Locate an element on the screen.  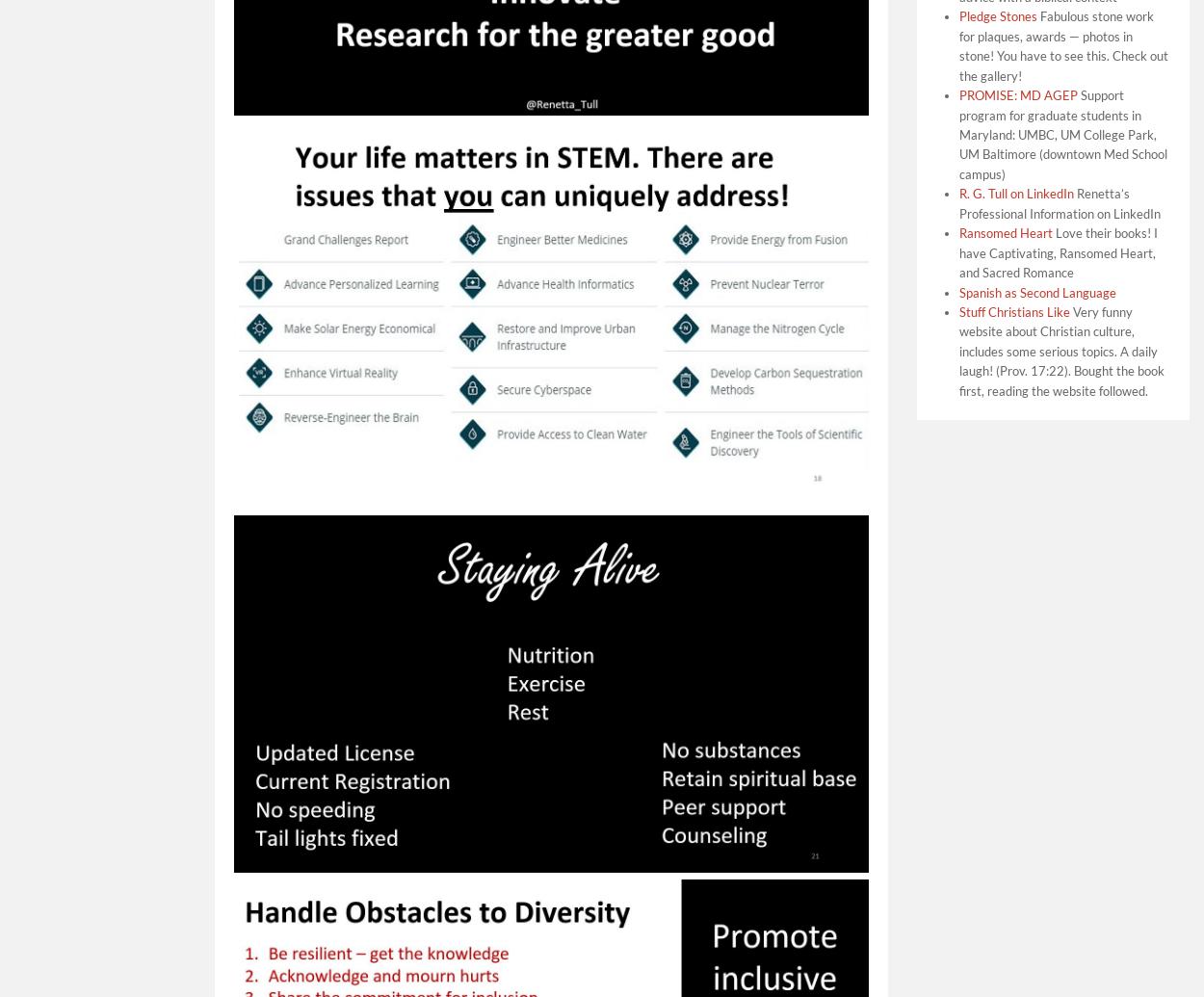
'Support program for graduate students in Maryland: UMBC, UM College Park, UM Baltimore (downtown Med School campus)' is located at coordinates (1062, 134).